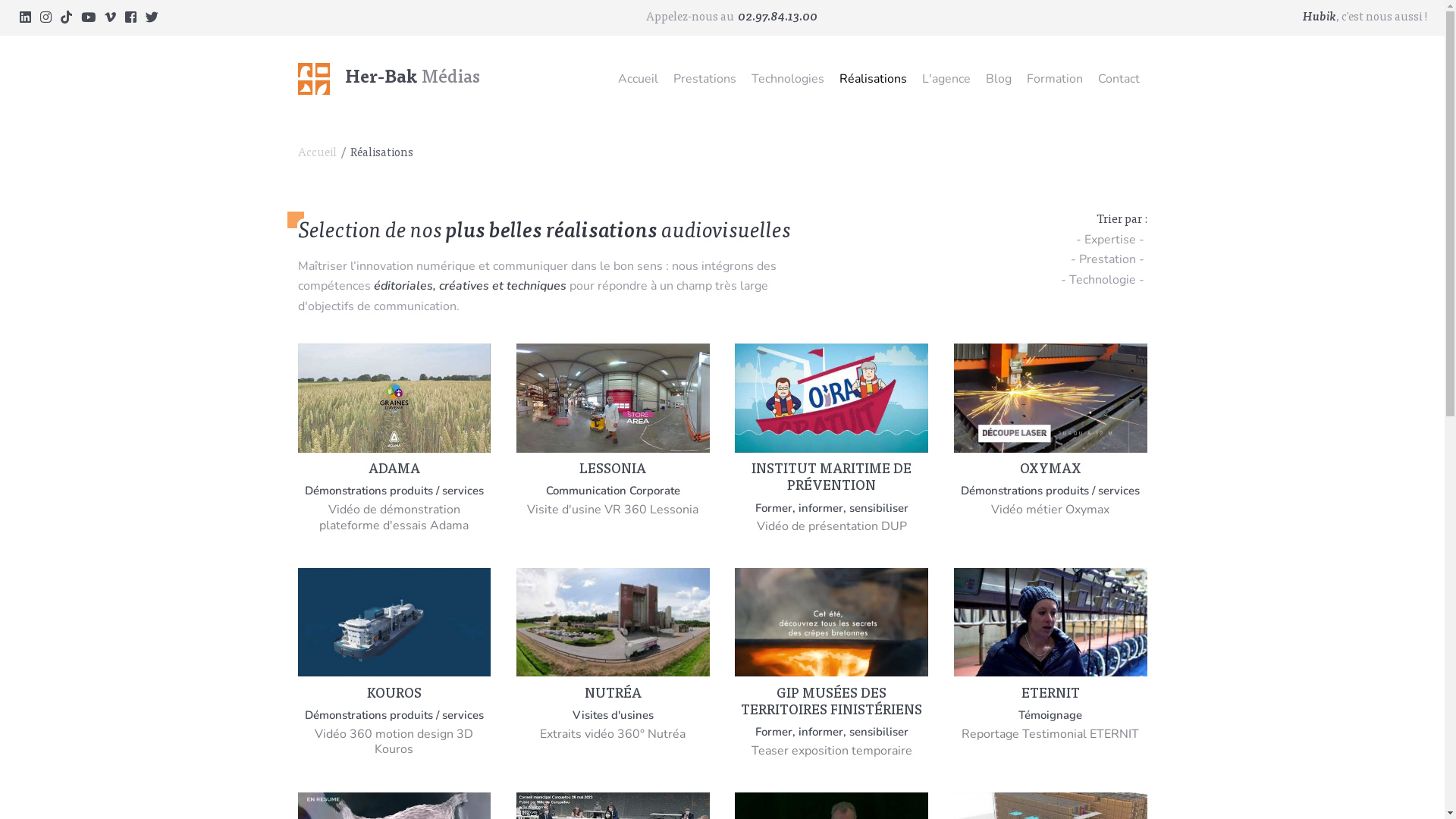 The height and width of the screenshot is (819, 1456). Describe the element at coordinates (109, 17) in the screenshot. I see `'Retrouvez nous sur Vimeo'` at that location.